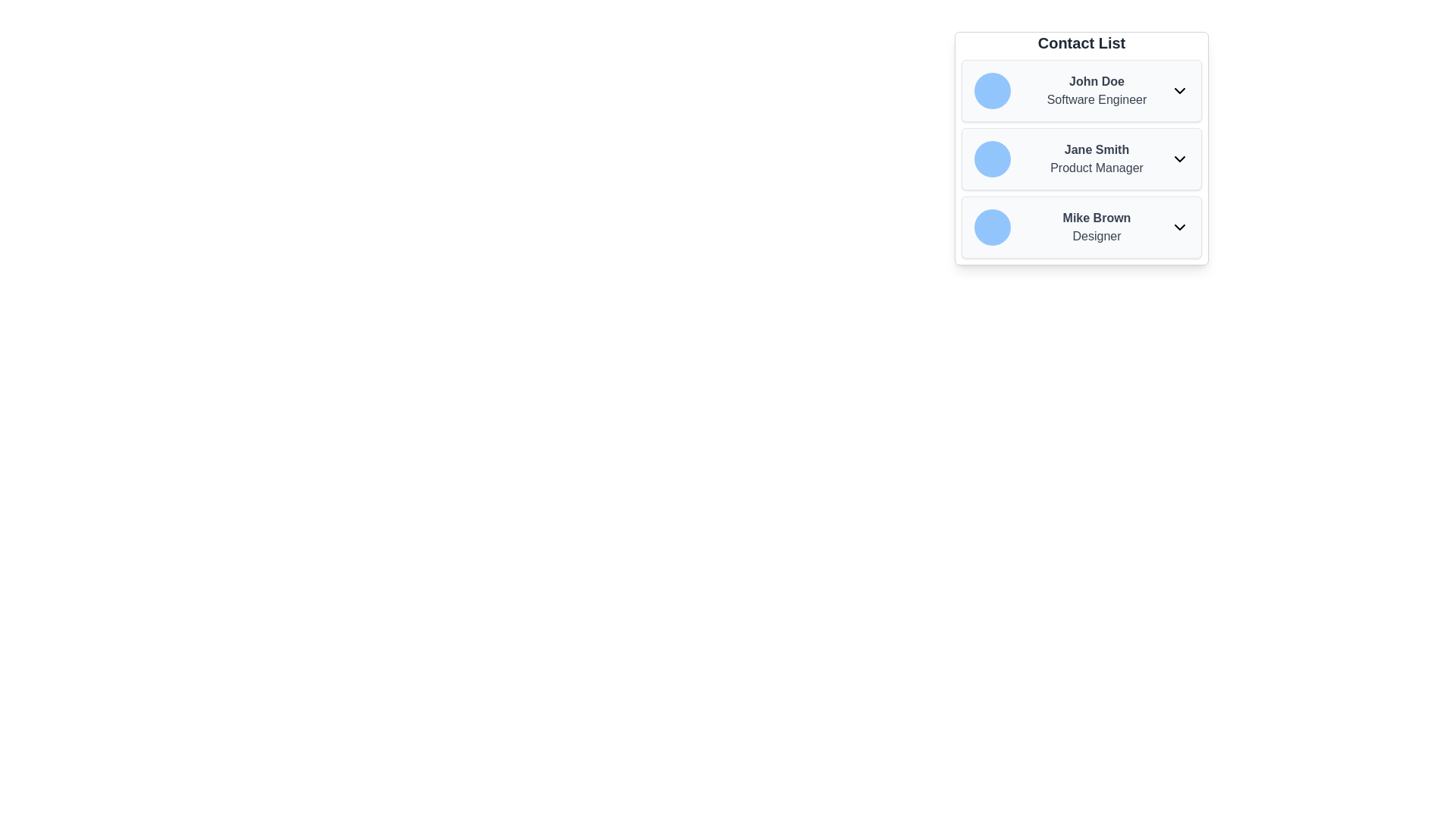 Image resolution: width=1456 pixels, height=819 pixels. Describe the element at coordinates (1081, 42) in the screenshot. I see `the 'Contact List' text label to potentially trigger a tooltip` at that location.